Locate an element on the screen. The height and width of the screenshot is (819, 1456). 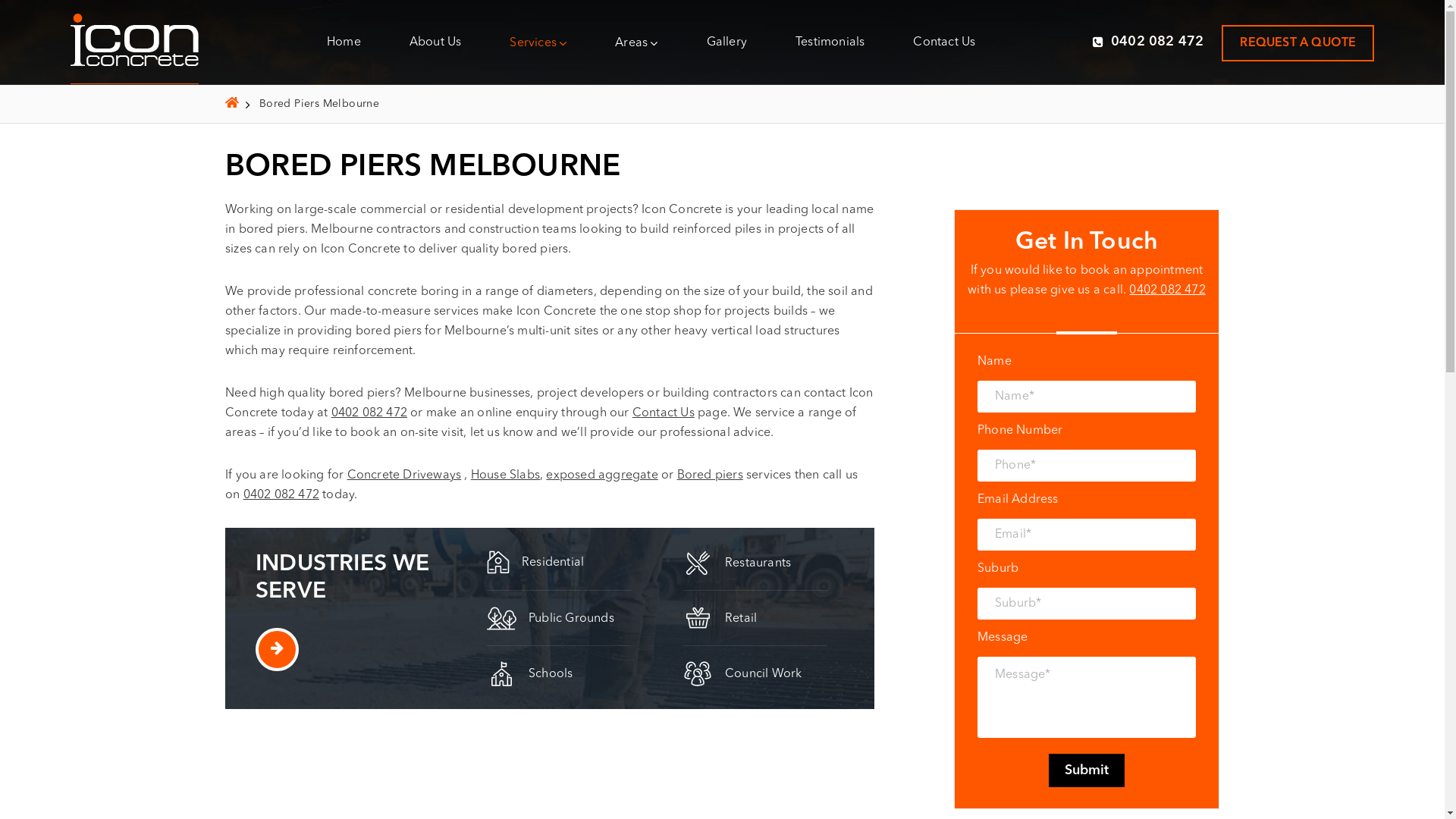
'Submit' is located at coordinates (1086, 770).